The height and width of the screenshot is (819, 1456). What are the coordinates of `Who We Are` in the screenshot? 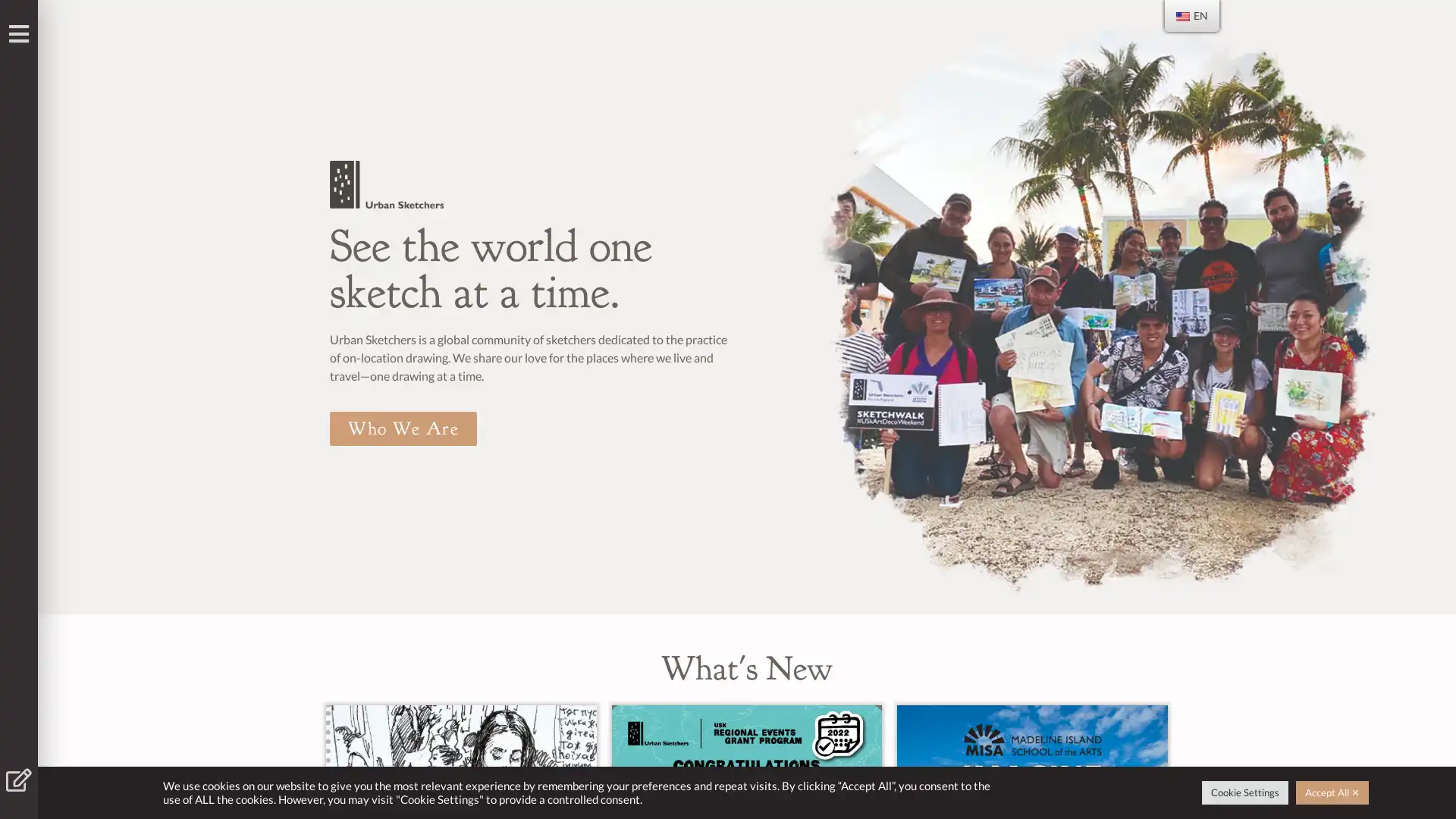 It's located at (403, 428).